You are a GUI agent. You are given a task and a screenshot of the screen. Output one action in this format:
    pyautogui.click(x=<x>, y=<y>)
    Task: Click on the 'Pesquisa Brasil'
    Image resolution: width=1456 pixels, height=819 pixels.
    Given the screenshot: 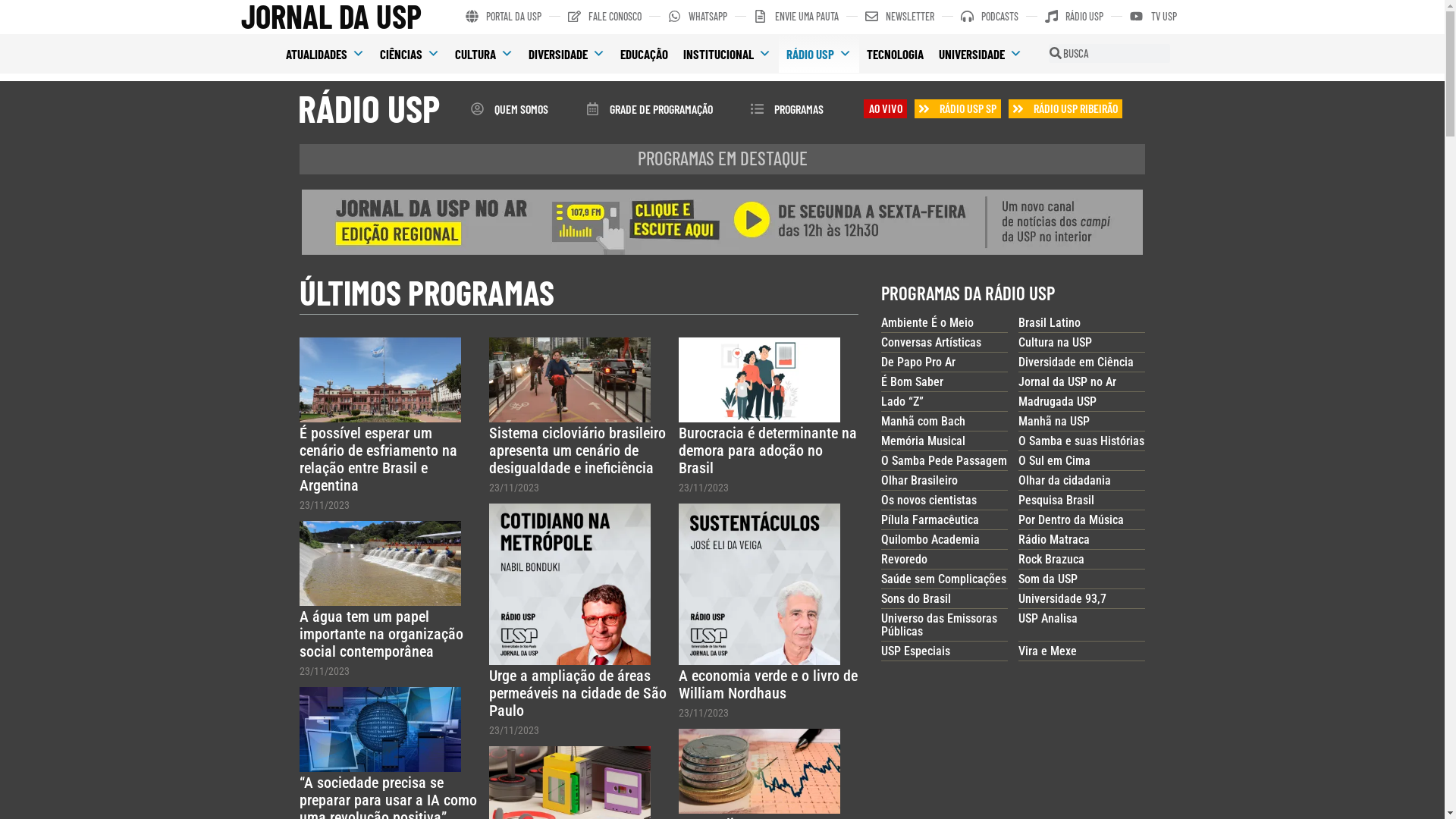 What is the action you would take?
    pyautogui.click(x=1018, y=500)
    